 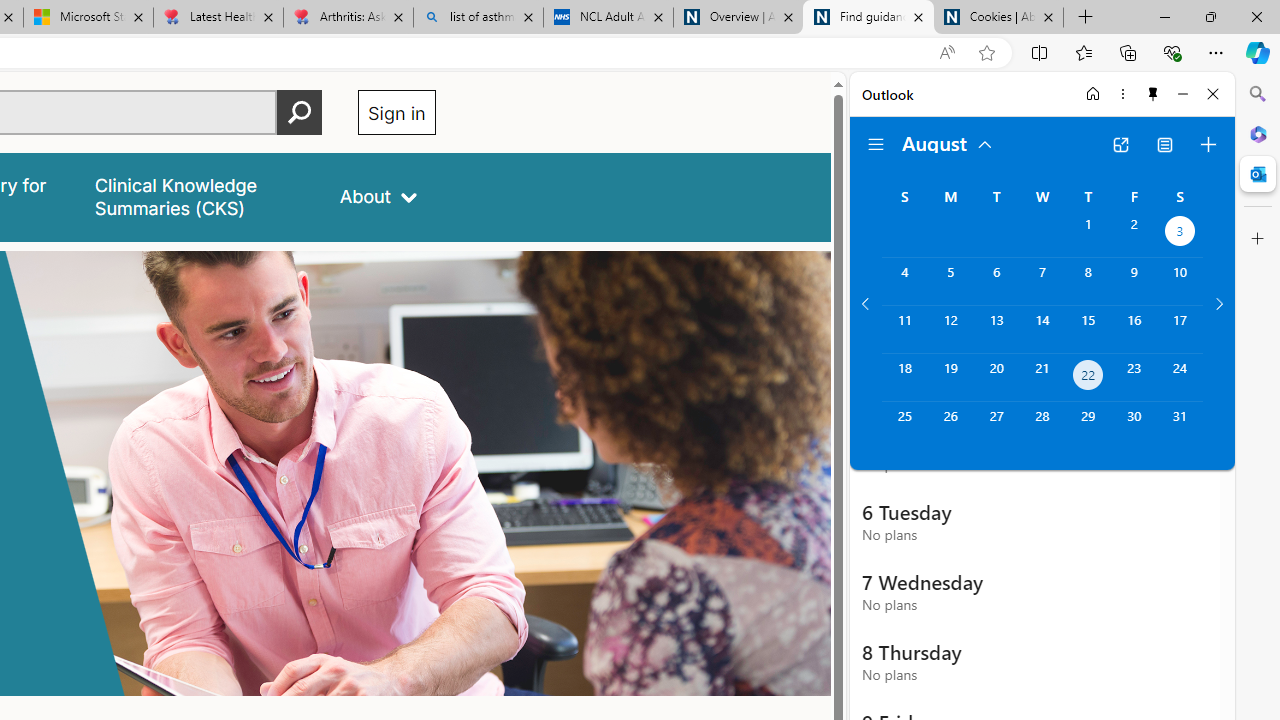 I want to click on 'Tuesday, August 6, 2024. ', so click(x=996, y=281).